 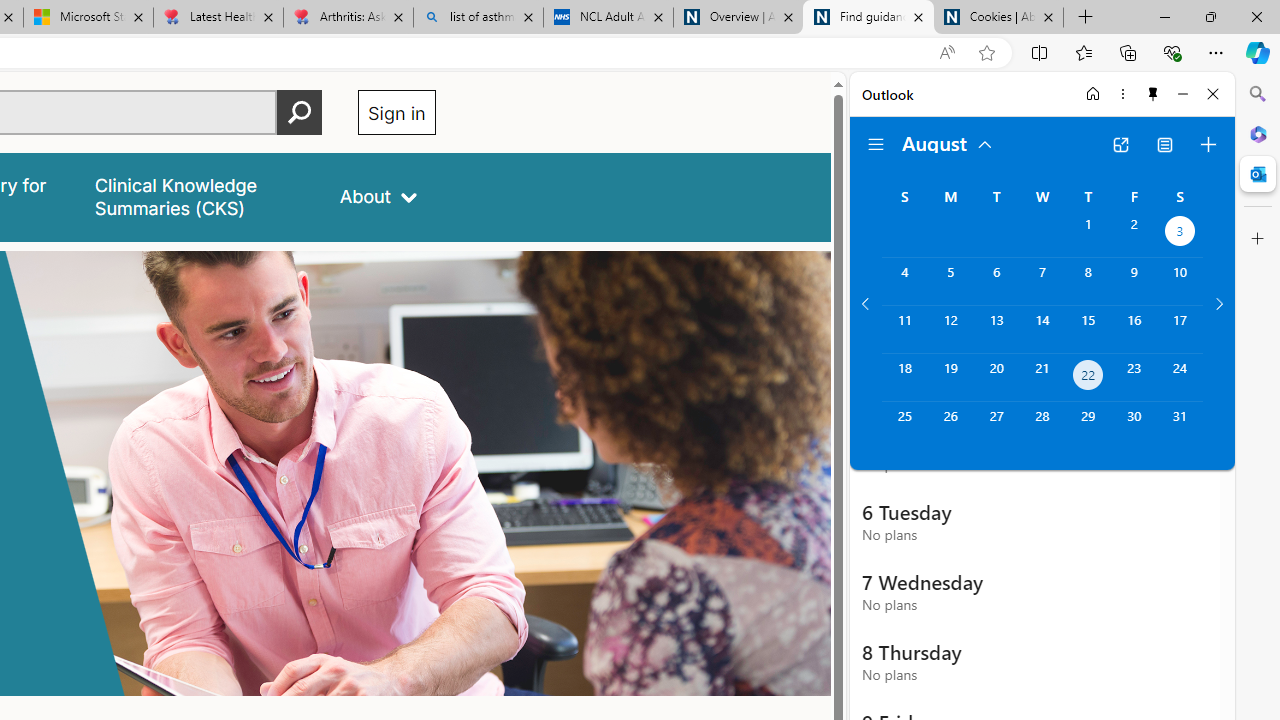 I want to click on 'Tuesday, August 6, 2024. ', so click(x=996, y=281).